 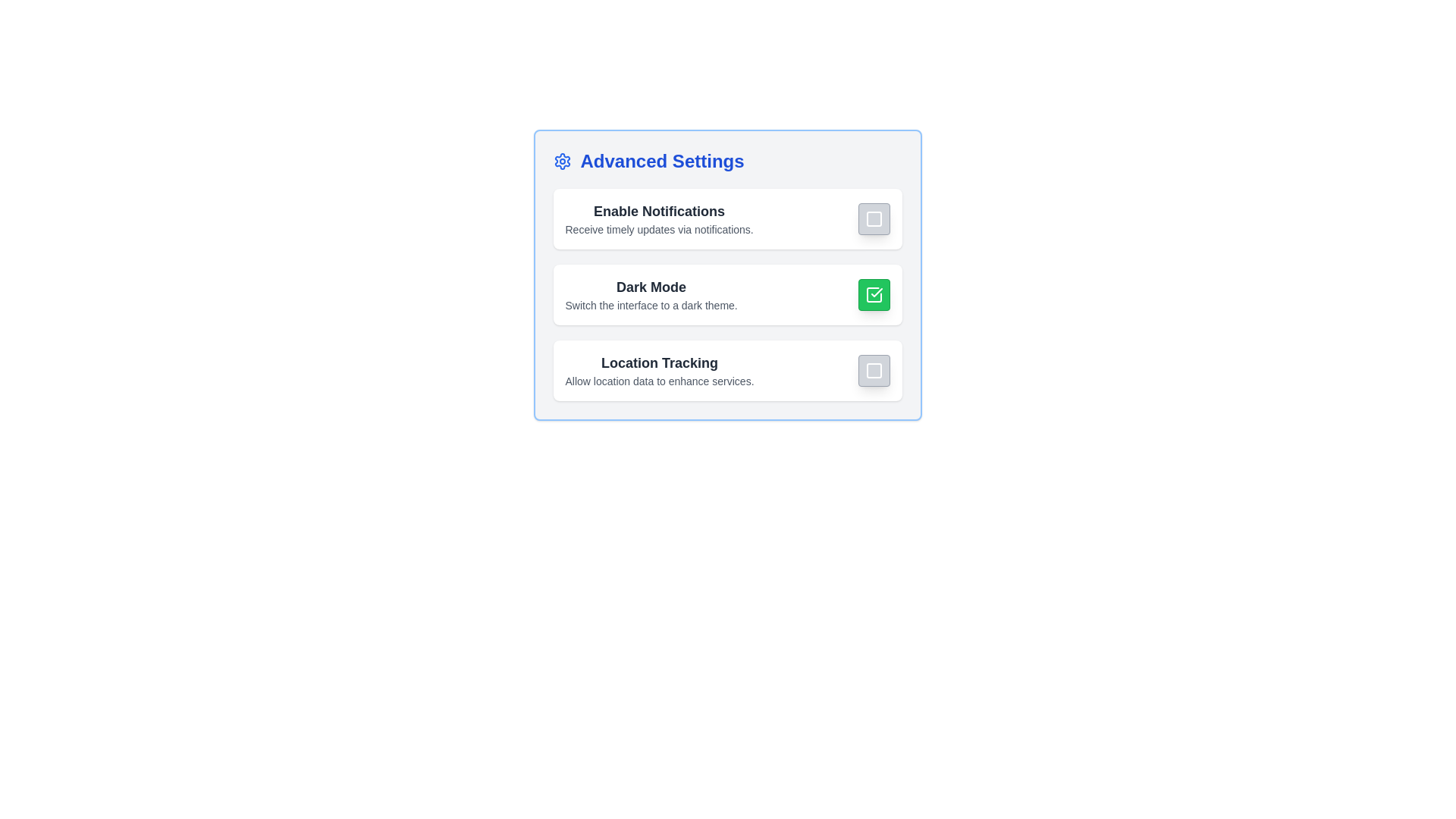 What do you see at coordinates (651, 305) in the screenshot?
I see `the text element that says 'Switch the interface to a dark theme,' which is located below the title 'Dark Mode' in the advanced settings section` at bounding box center [651, 305].